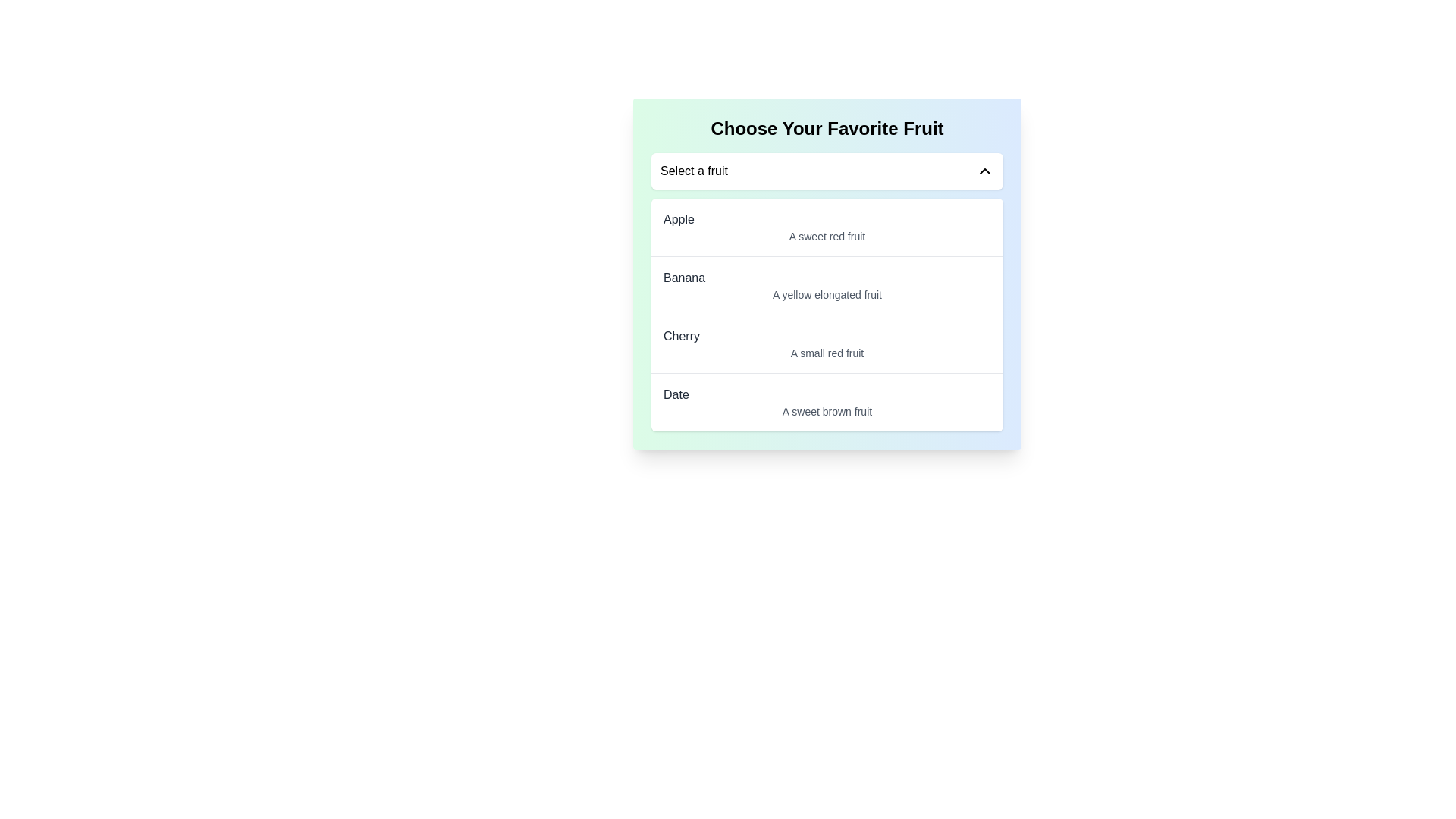 This screenshot has width=1456, height=819. What do you see at coordinates (826, 237) in the screenshot?
I see `the informational text label positioned below the text 'Apple' in the dropdown menu, which provides additional information about the item` at bounding box center [826, 237].